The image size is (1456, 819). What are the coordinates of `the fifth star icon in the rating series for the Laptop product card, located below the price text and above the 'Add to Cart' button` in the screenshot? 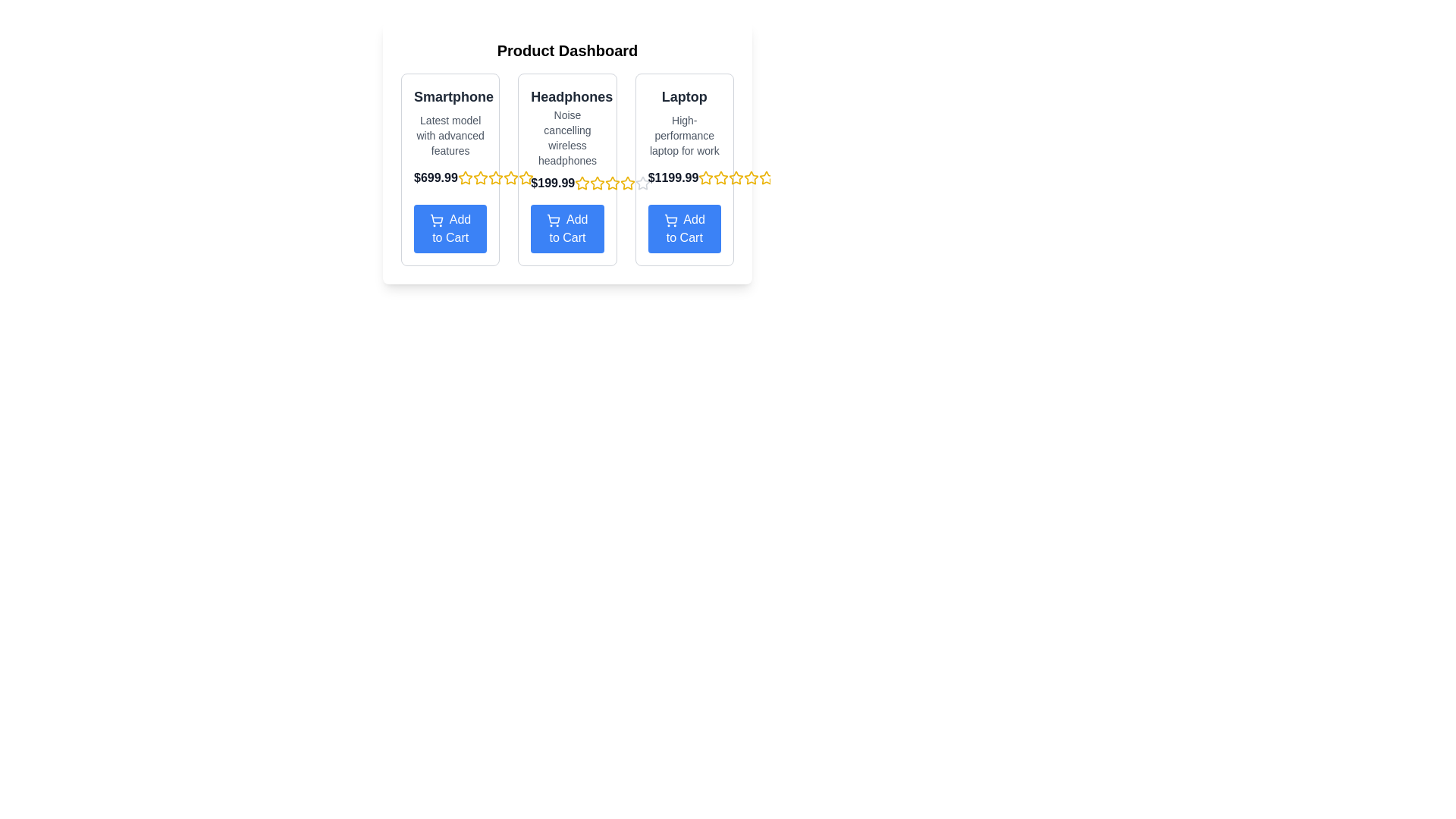 It's located at (705, 177).